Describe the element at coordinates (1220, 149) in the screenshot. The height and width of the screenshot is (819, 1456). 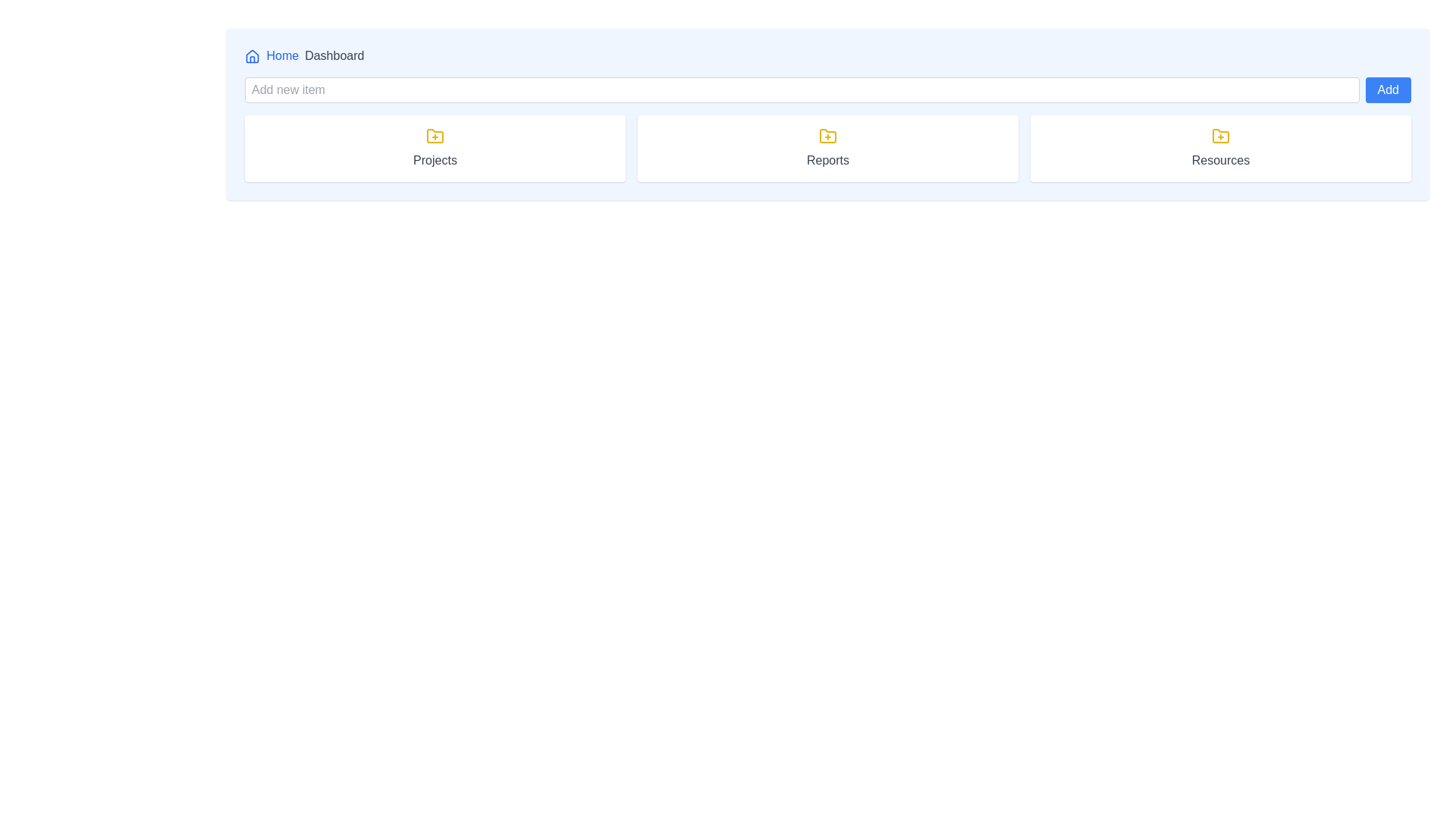
I see `the navigational button located in the grid layout, positioned to the right of the 'Projects' and 'Reports' buttons, to possibly reveal additional details` at that location.